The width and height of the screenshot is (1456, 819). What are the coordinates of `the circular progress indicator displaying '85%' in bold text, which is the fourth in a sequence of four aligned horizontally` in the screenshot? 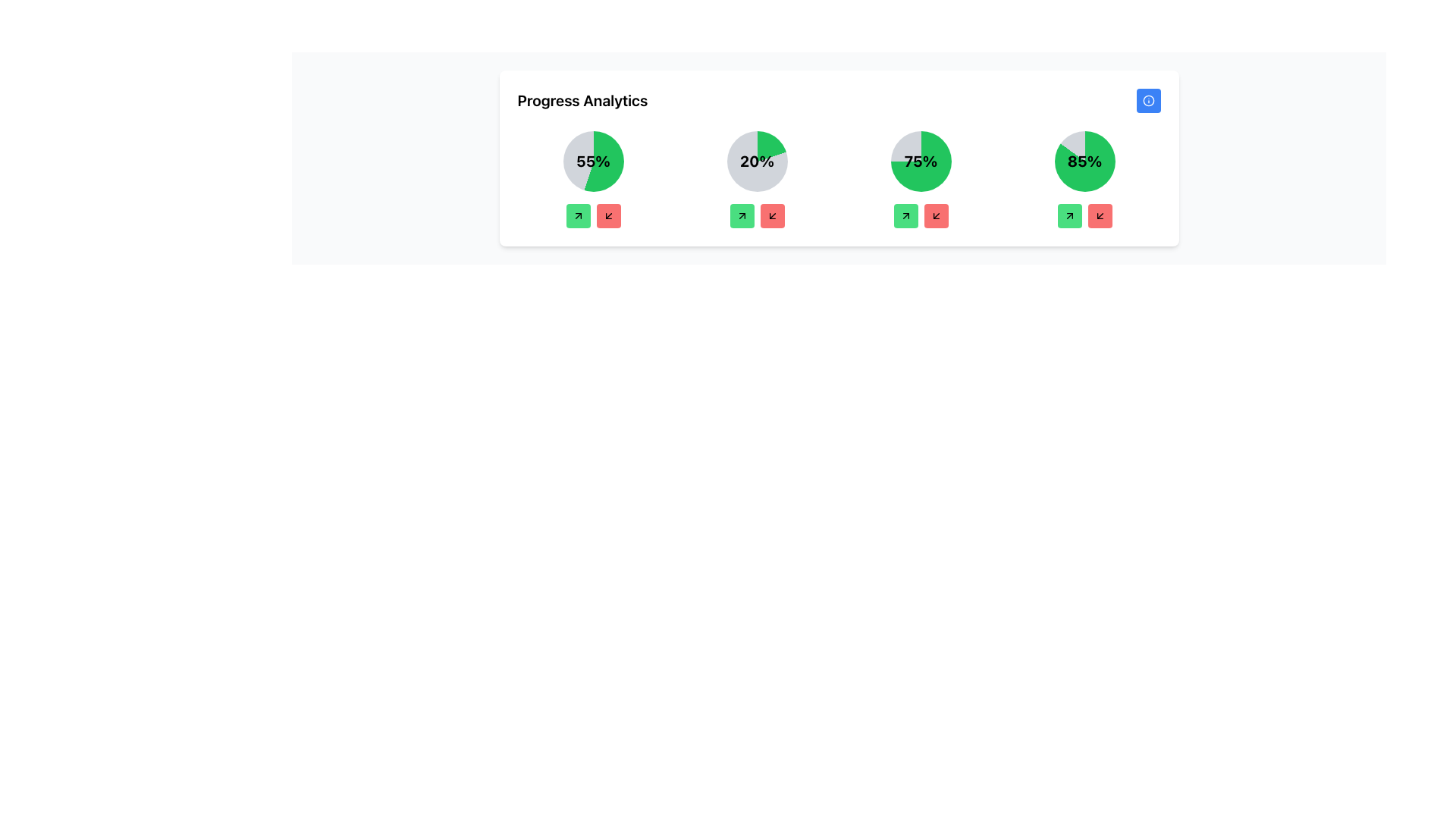 It's located at (1084, 161).